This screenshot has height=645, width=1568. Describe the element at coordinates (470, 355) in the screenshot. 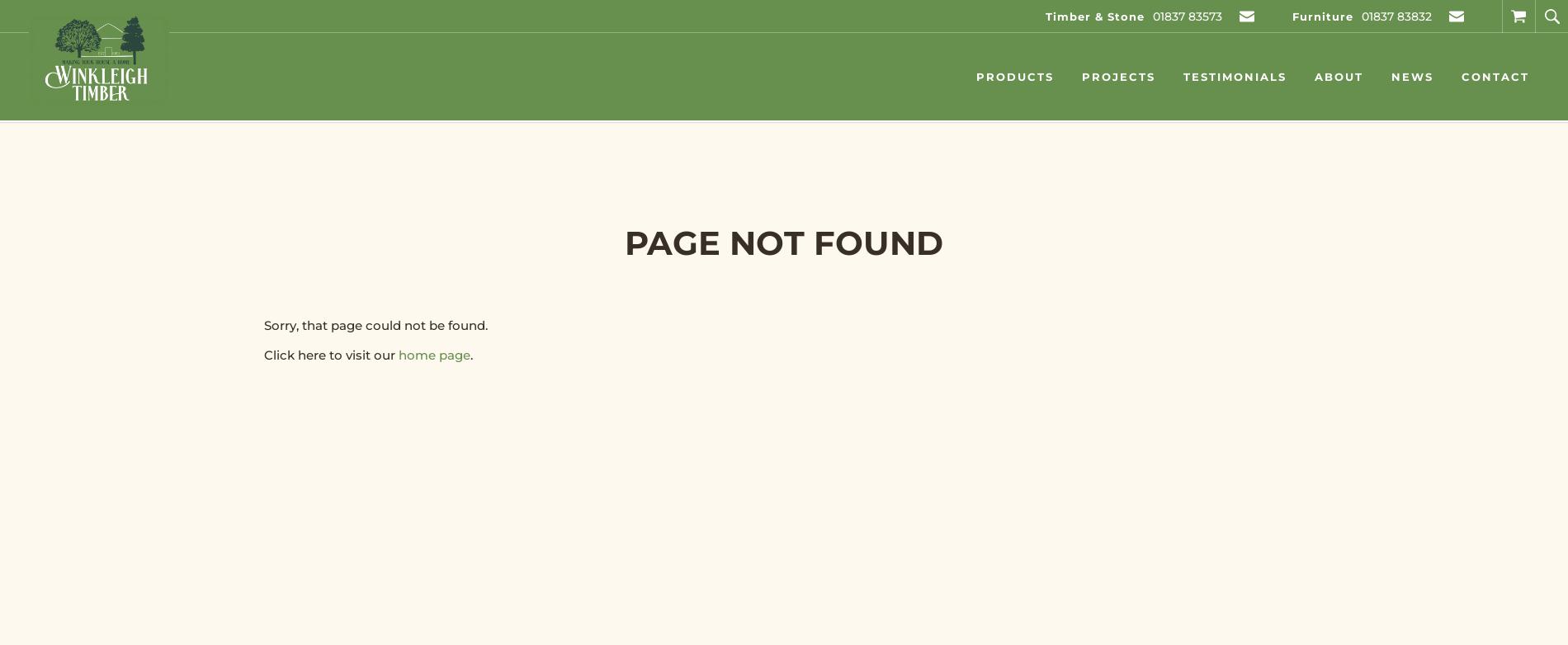

I see `'.'` at that location.